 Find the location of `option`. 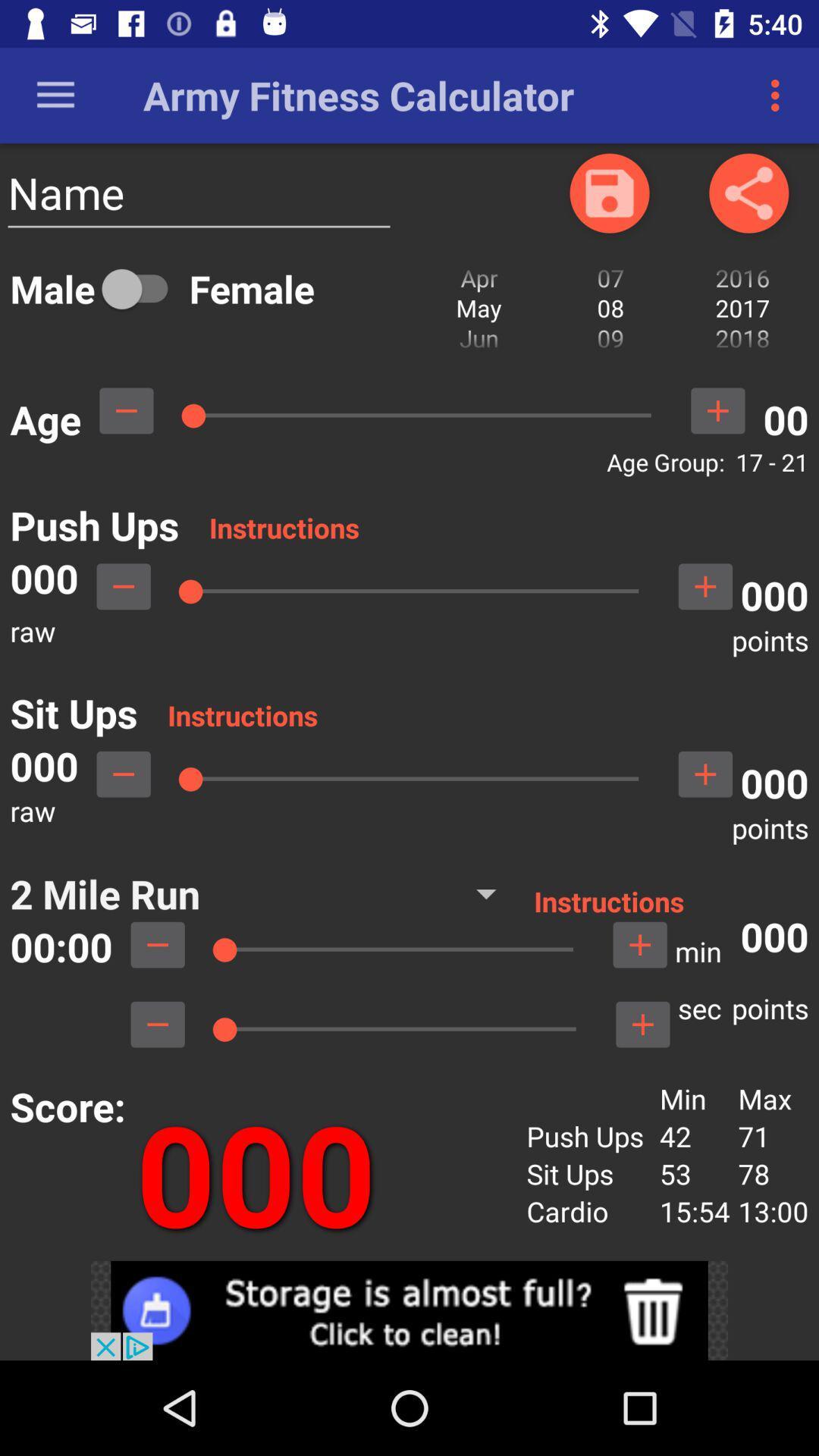

option is located at coordinates (142, 288).